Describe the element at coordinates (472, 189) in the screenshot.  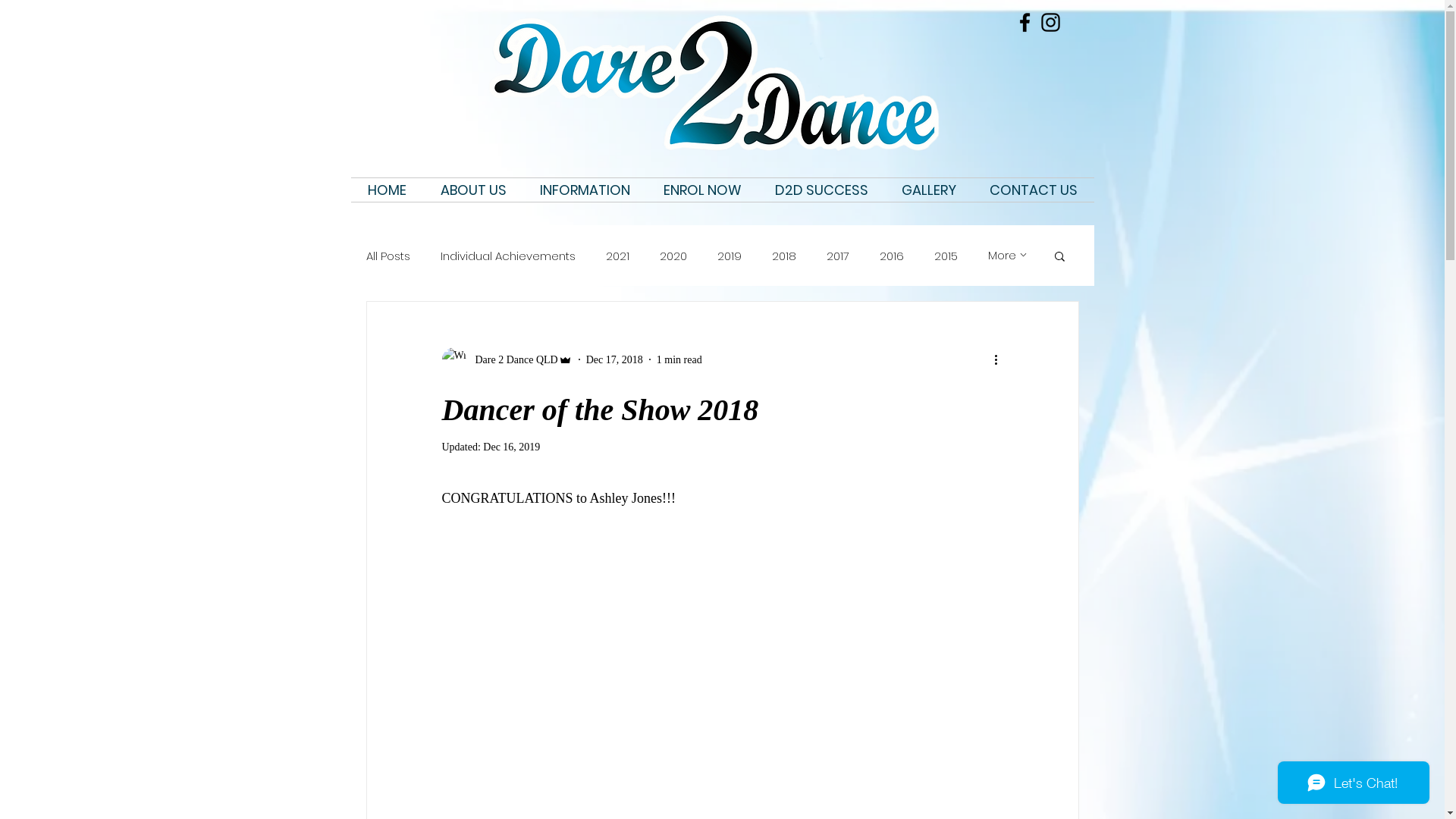
I see `'ABOUT US'` at that location.